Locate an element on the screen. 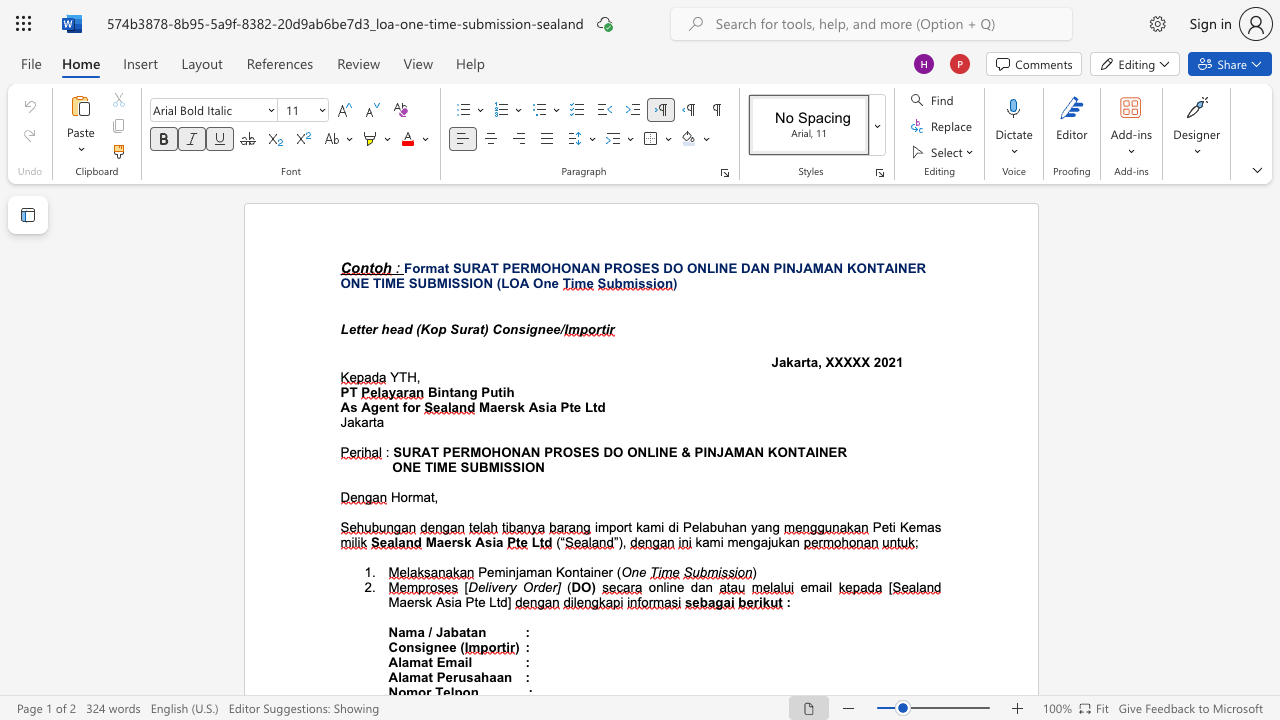 Image resolution: width=1280 pixels, height=720 pixels. the subset text "in" within the text "Peminjaman Kontainer" is located at coordinates (589, 572).